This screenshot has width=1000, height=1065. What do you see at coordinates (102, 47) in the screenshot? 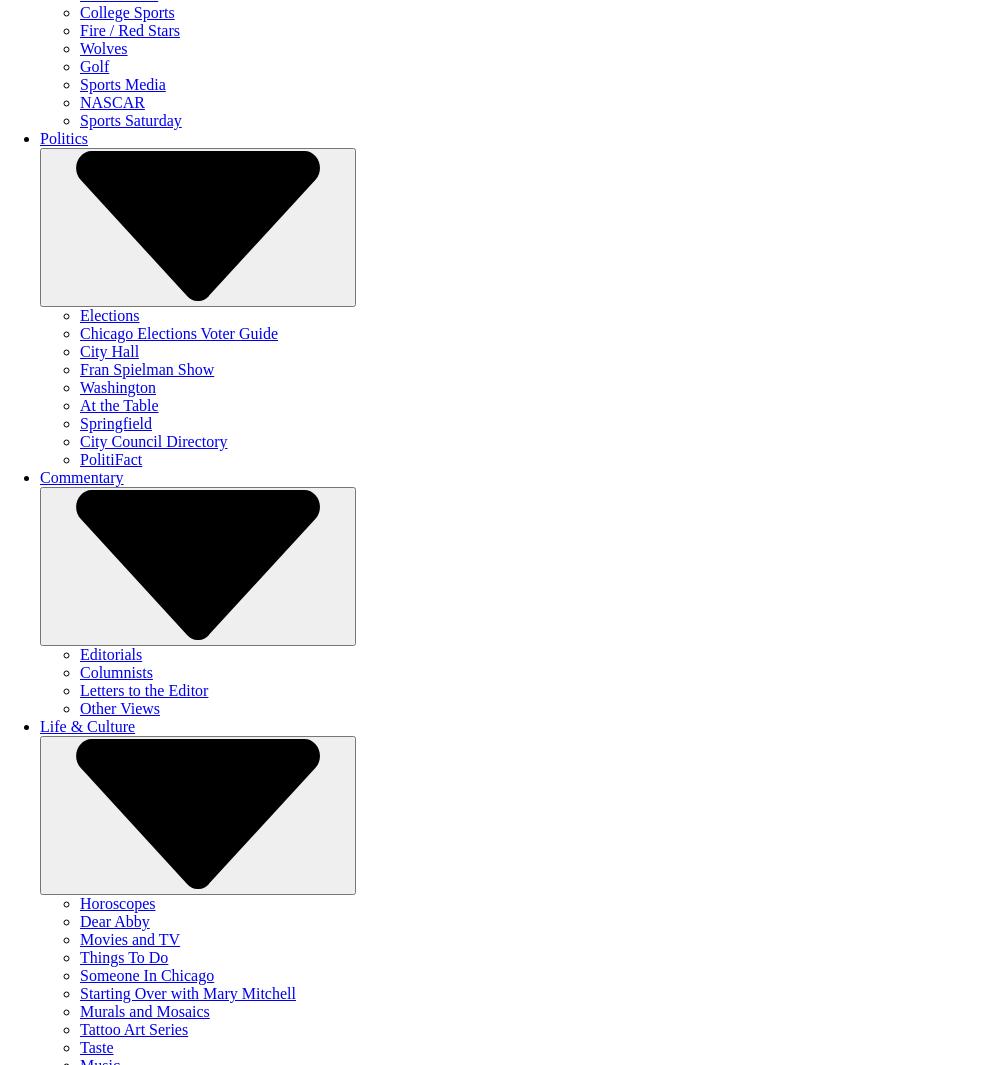
I see `'Wolves'` at bounding box center [102, 47].